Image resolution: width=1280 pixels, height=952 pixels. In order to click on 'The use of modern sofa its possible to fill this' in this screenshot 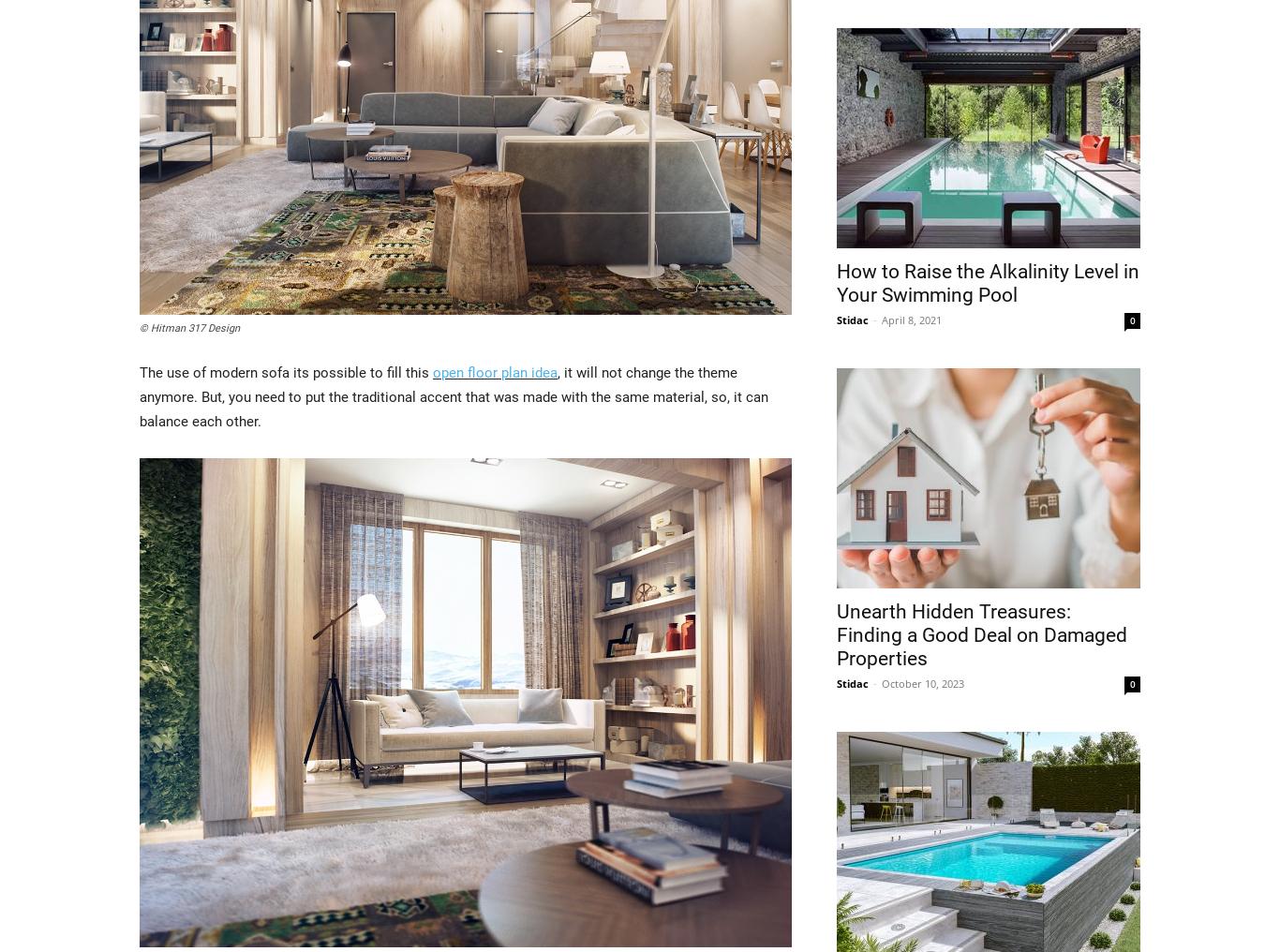, I will do `click(286, 370)`.